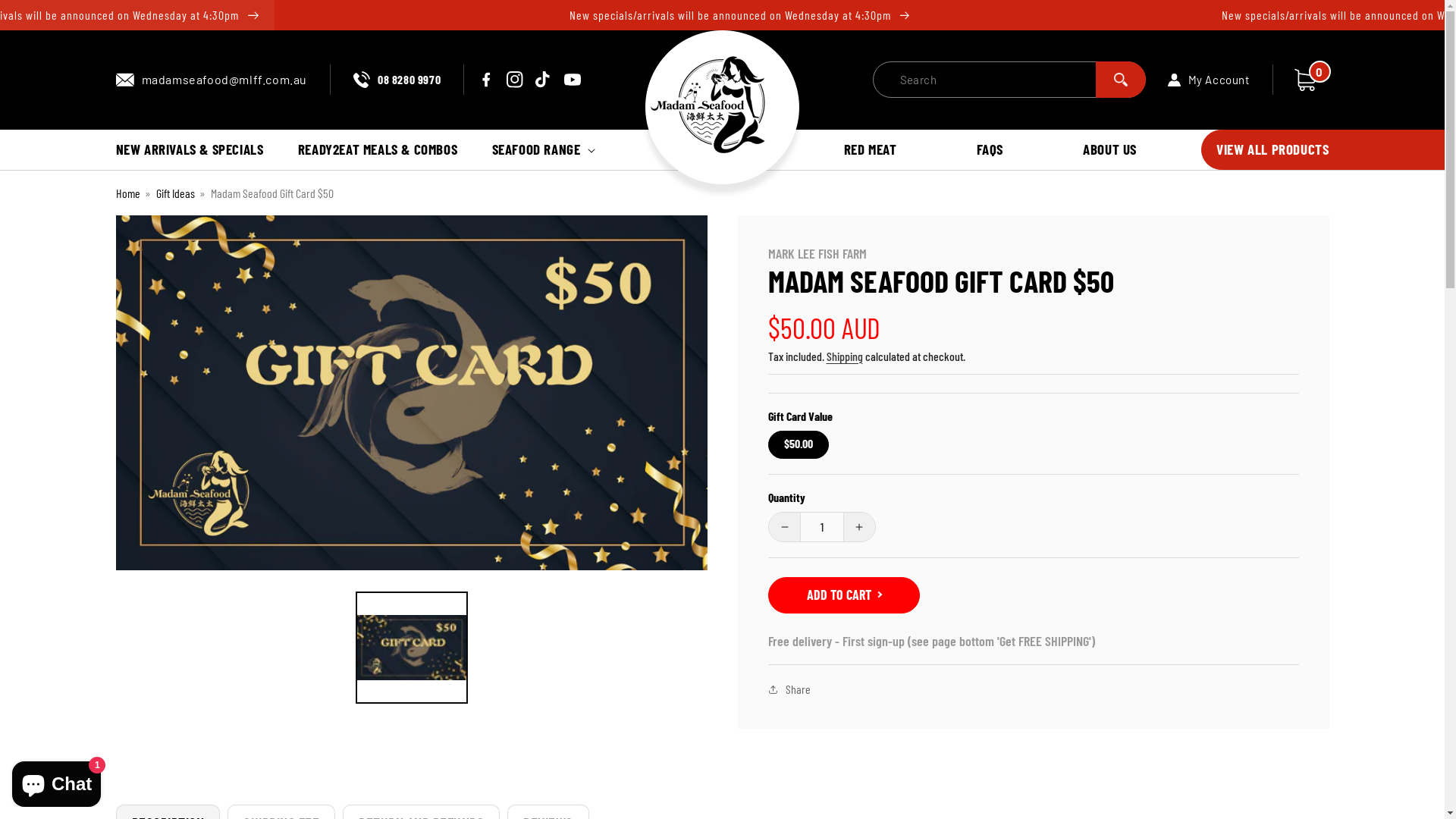 This screenshot has width=1456, height=819. Describe the element at coordinates (175, 192) in the screenshot. I see `'Gift Ideas'` at that location.